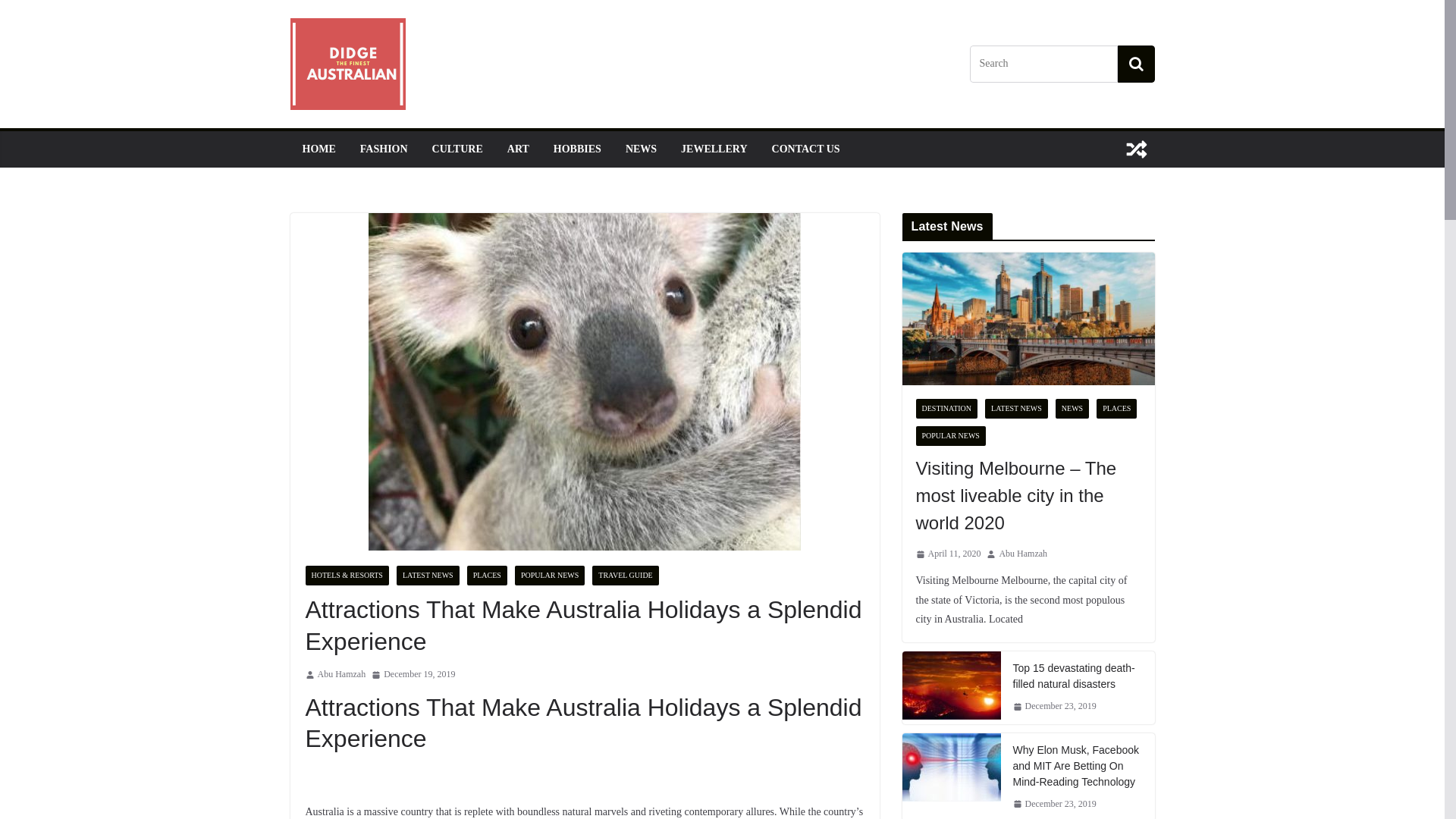 The width and height of the screenshot is (1456, 819). What do you see at coordinates (514, 576) in the screenshot?
I see `'POPULAR NEWS'` at bounding box center [514, 576].